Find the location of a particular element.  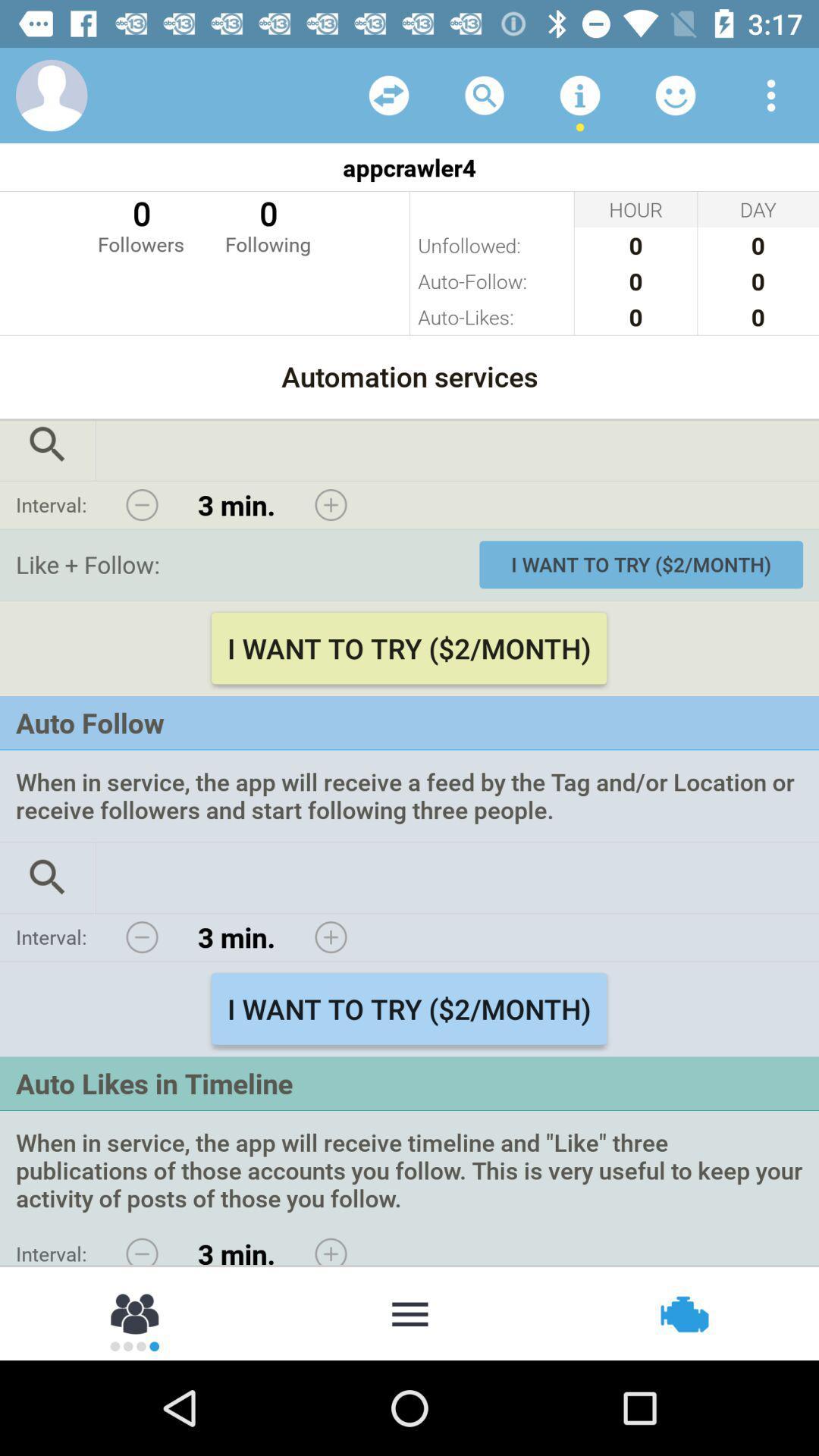

advance minutes is located at coordinates (330, 505).